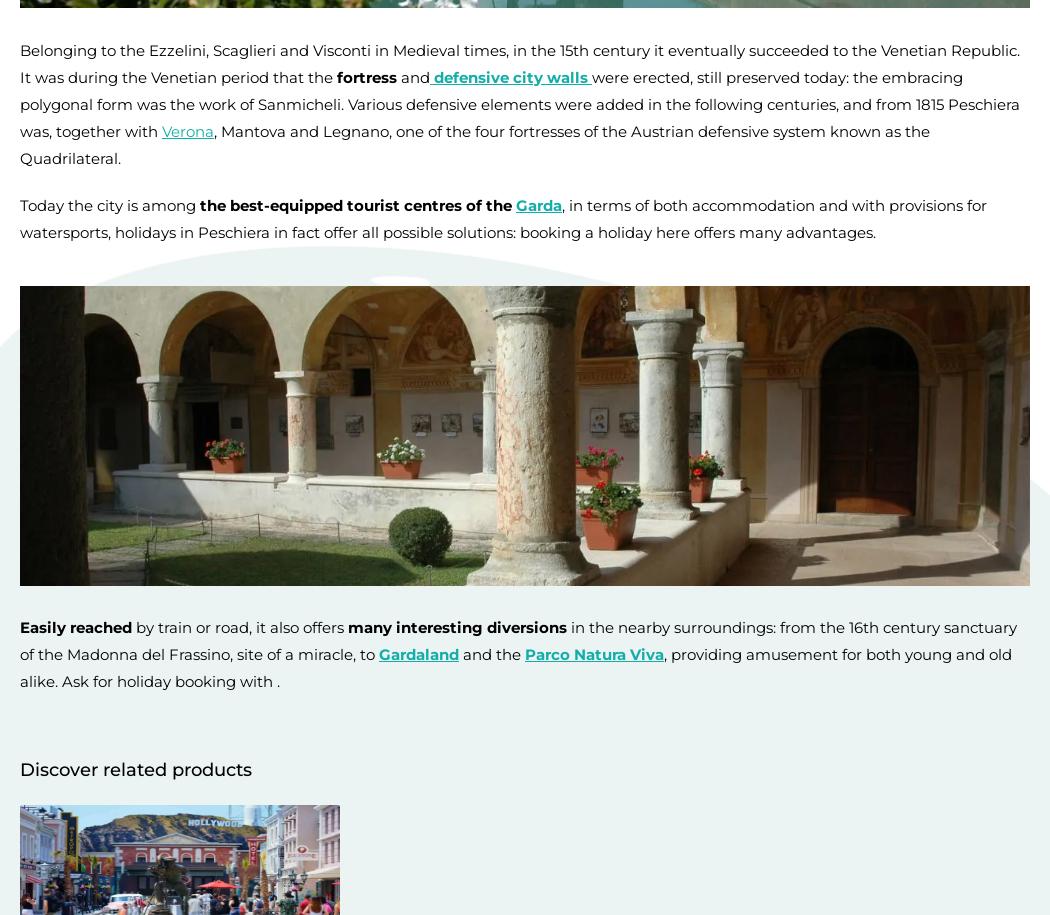  Describe the element at coordinates (58, 373) in the screenshot. I see `'Lake Garda'` at that location.